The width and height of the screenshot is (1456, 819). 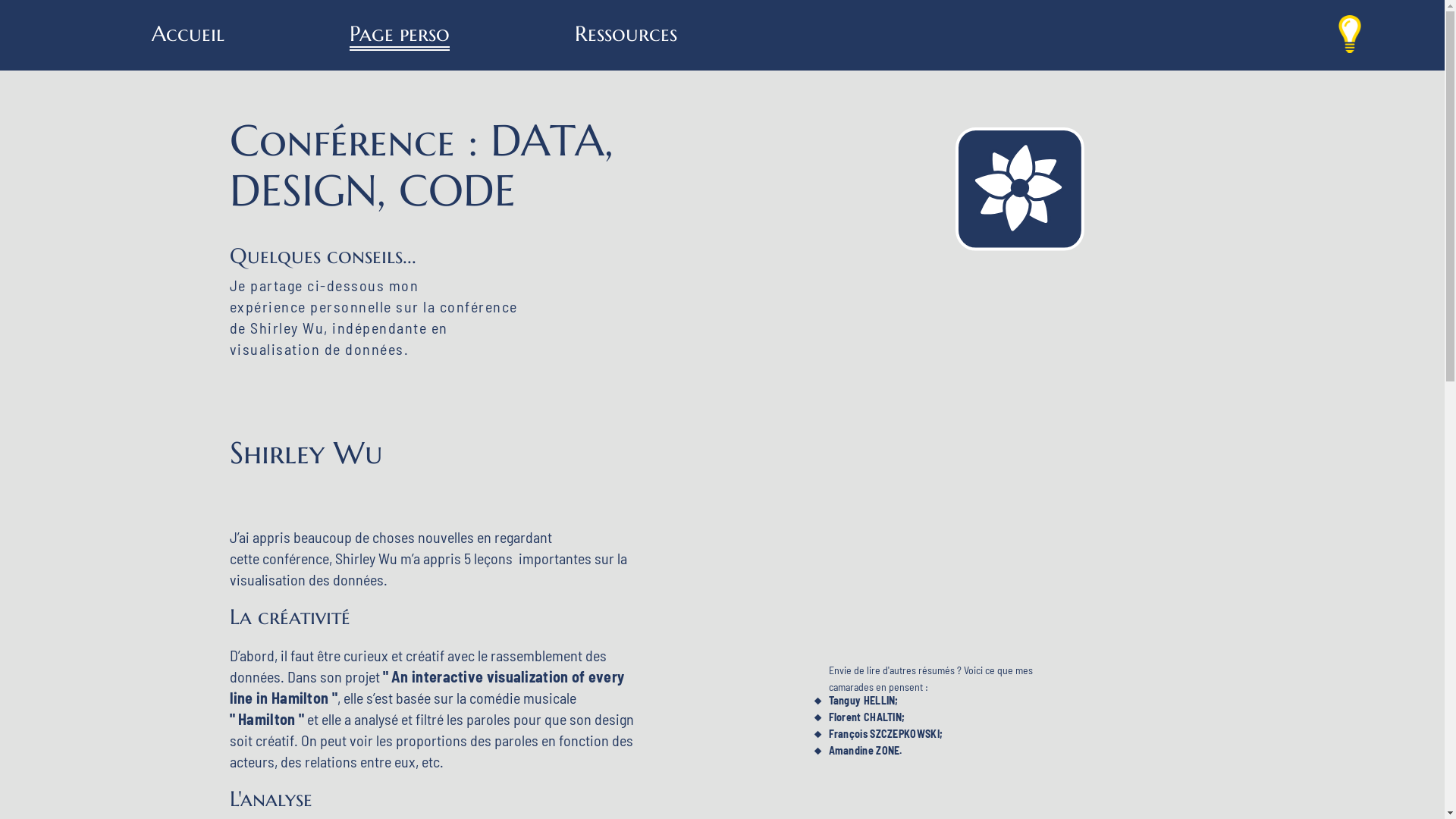 I want to click on 'Ressources', so click(x=626, y=35).